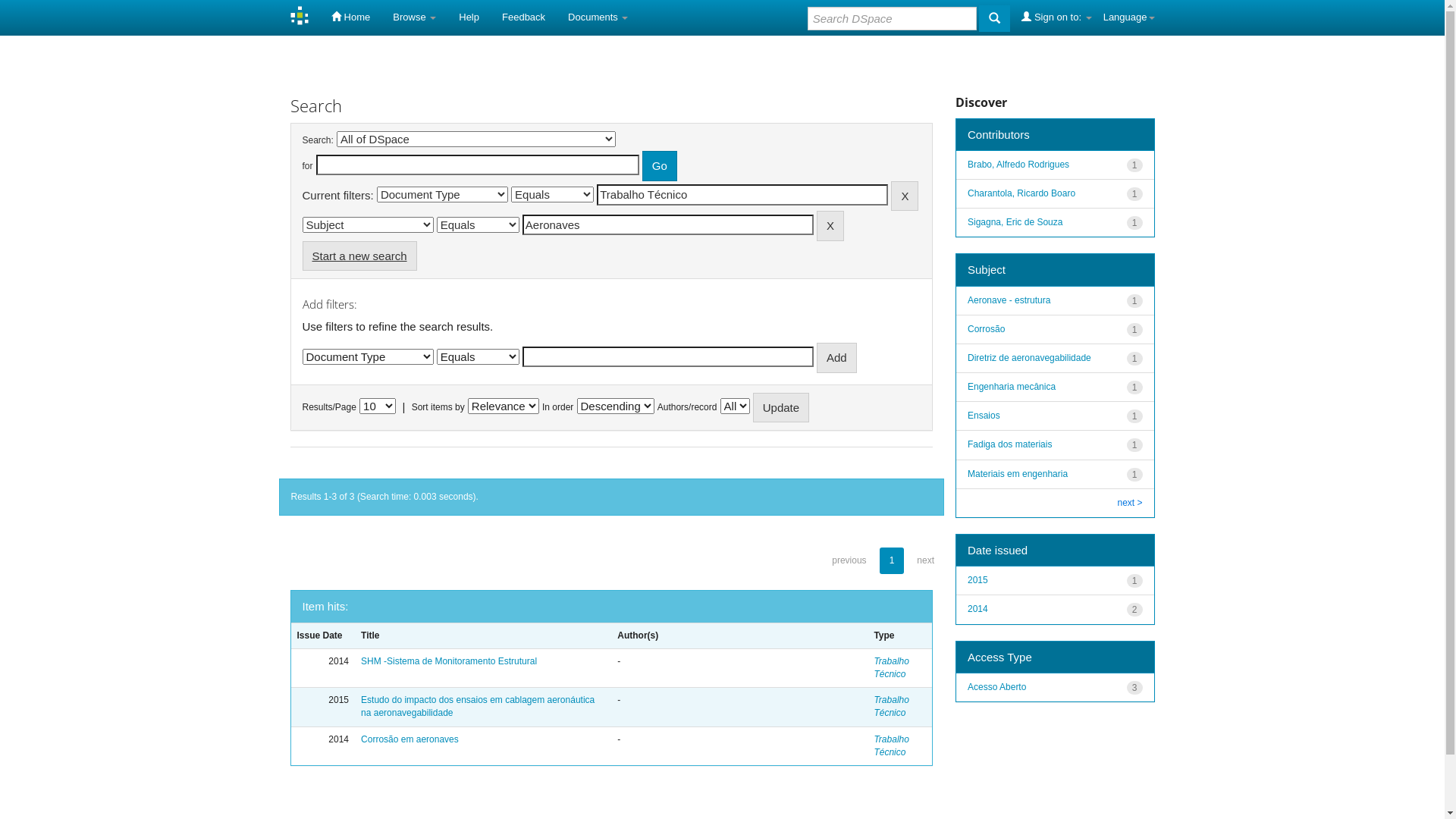 This screenshot has height=819, width=1456. I want to click on '2014', so click(977, 607).